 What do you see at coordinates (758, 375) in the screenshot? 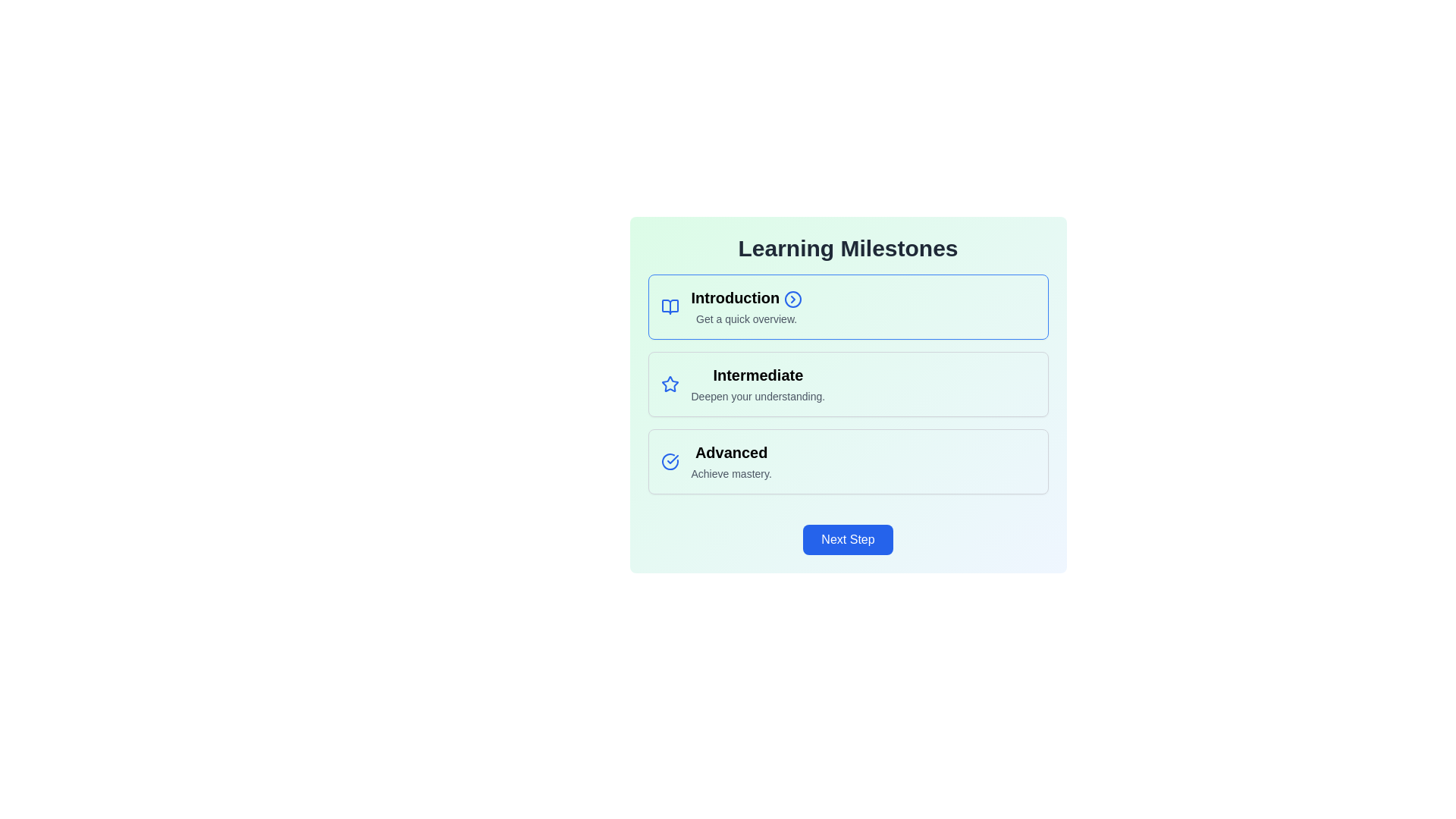
I see `the bold text label displaying 'Intermediate', which is the second headline in the 'Learning Milestones' list, positioned between 'Introduction' and 'Advanced'` at bounding box center [758, 375].